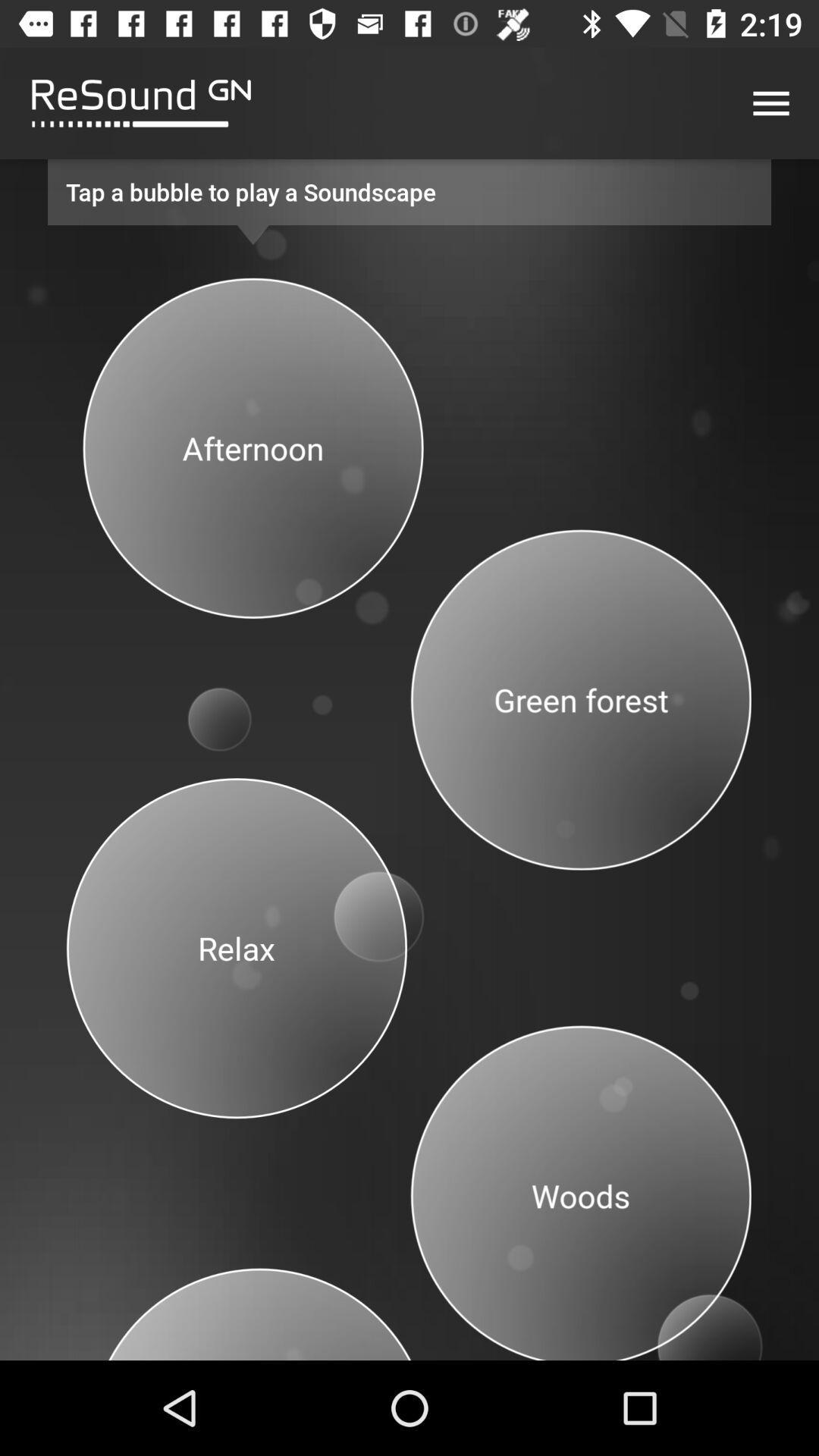  Describe the element at coordinates (225, 704) in the screenshot. I see `the bubble which is in between afternoon and relax` at that location.